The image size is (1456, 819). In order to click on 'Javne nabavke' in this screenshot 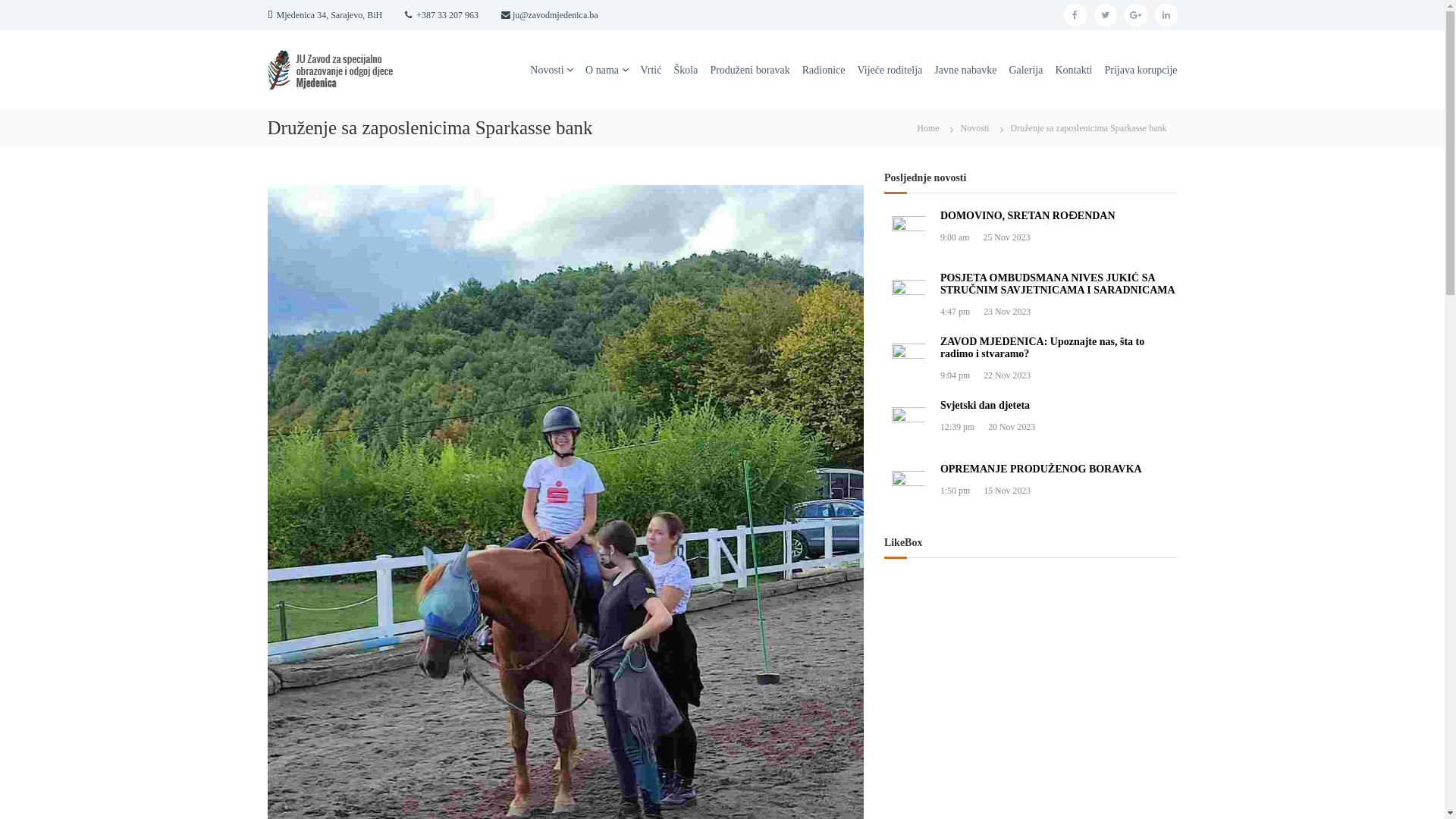, I will do `click(964, 69)`.